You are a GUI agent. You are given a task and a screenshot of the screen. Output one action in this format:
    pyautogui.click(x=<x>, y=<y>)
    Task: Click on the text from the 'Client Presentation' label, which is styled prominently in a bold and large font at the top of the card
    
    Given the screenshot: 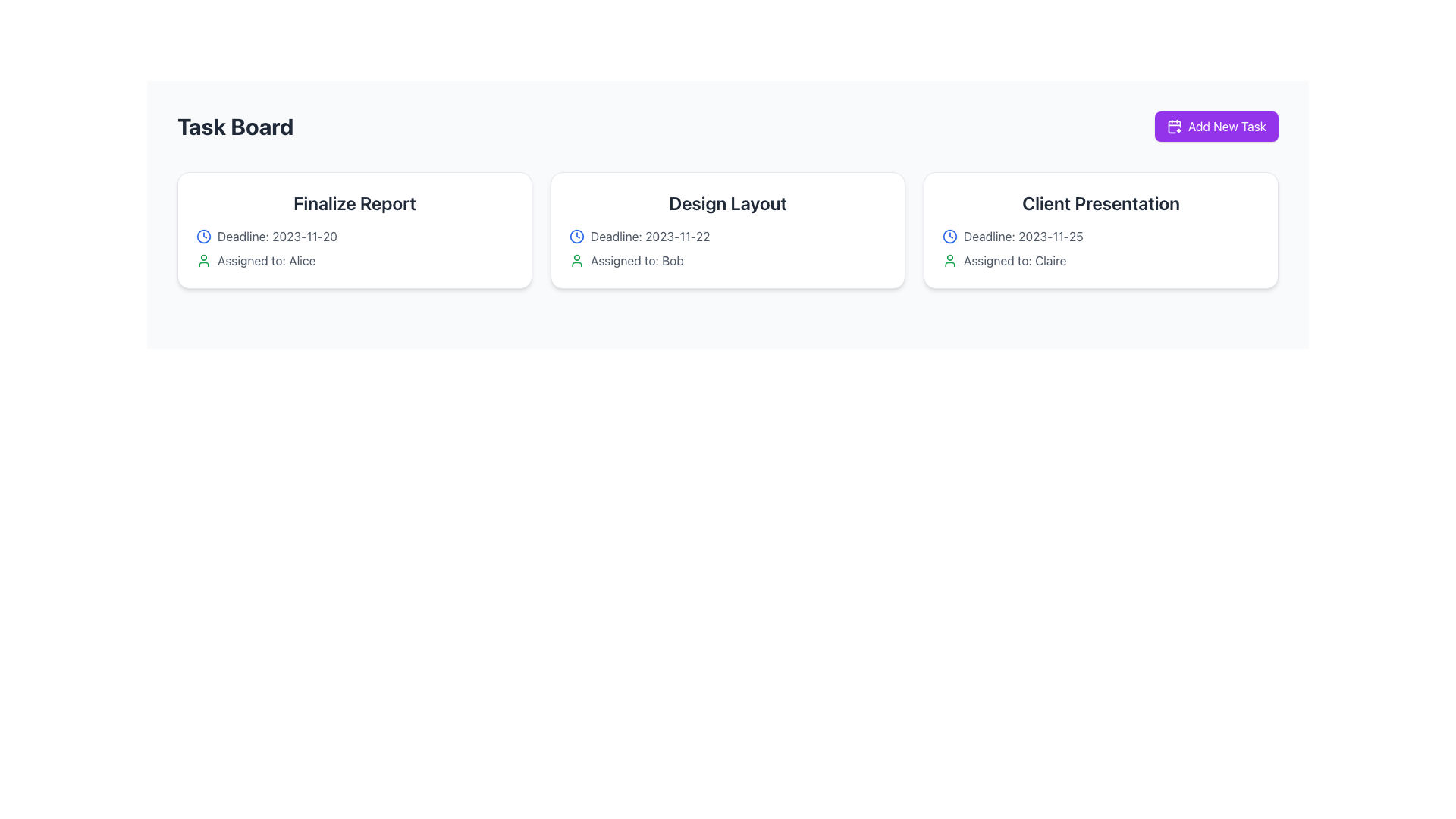 What is the action you would take?
    pyautogui.click(x=1100, y=202)
    